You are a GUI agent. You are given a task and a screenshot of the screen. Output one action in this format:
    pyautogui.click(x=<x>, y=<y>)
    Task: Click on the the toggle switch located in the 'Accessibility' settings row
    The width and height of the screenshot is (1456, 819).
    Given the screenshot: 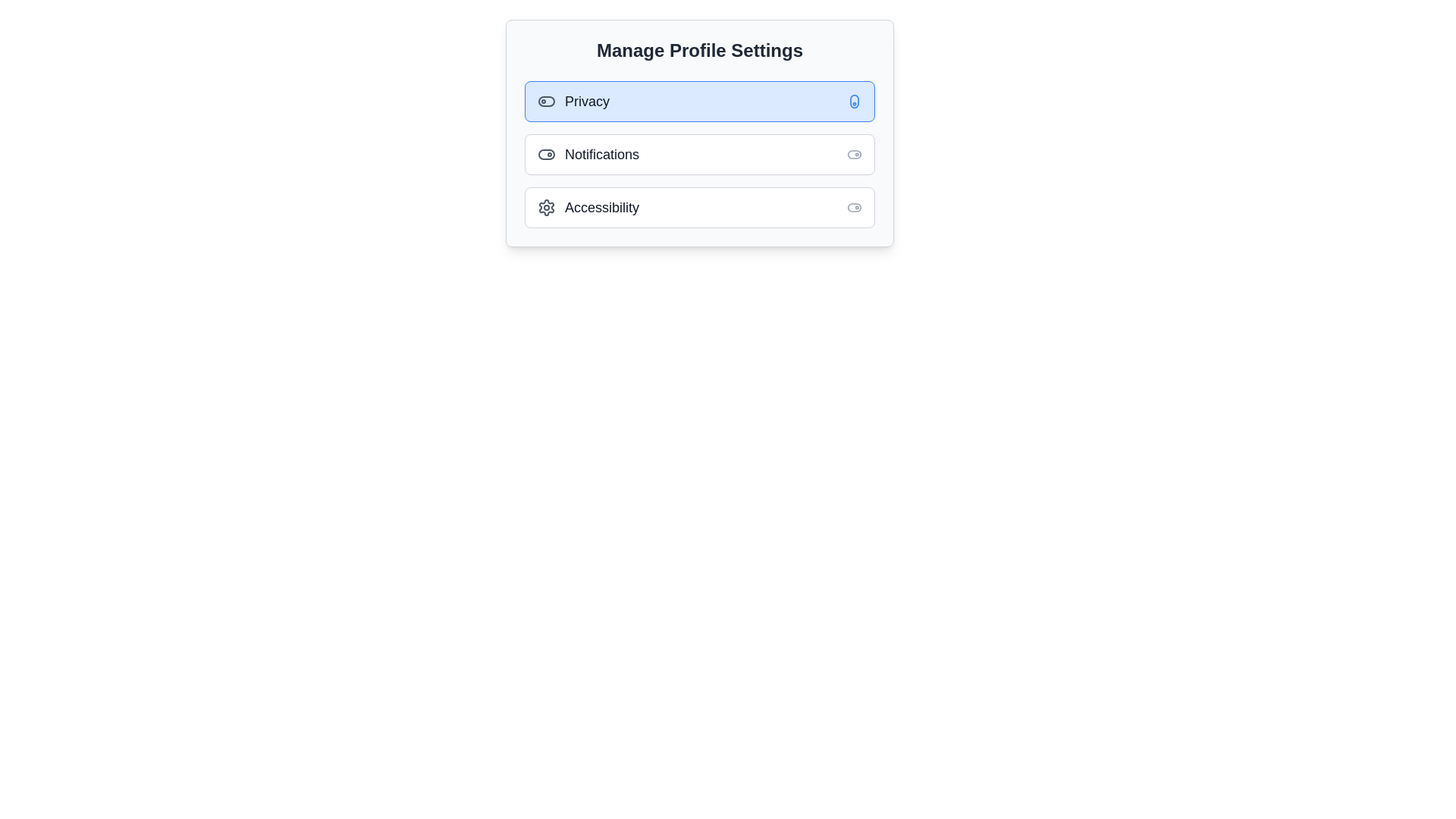 What is the action you would take?
    pyautogui.click(x=855, y=207)
    